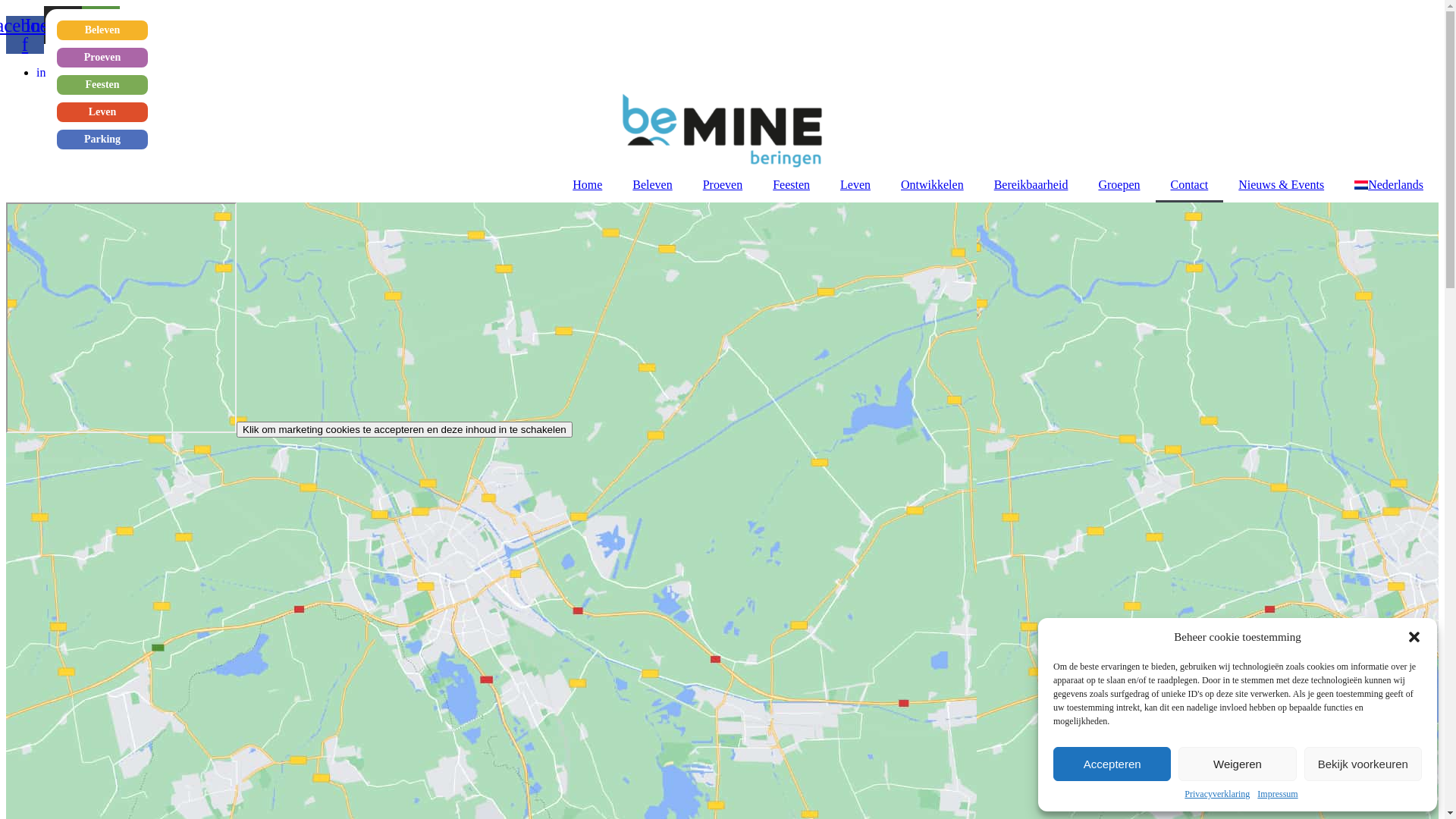 This screenshot has height=819, width=1456. I want to click on 'Parking', so click(101, 140).